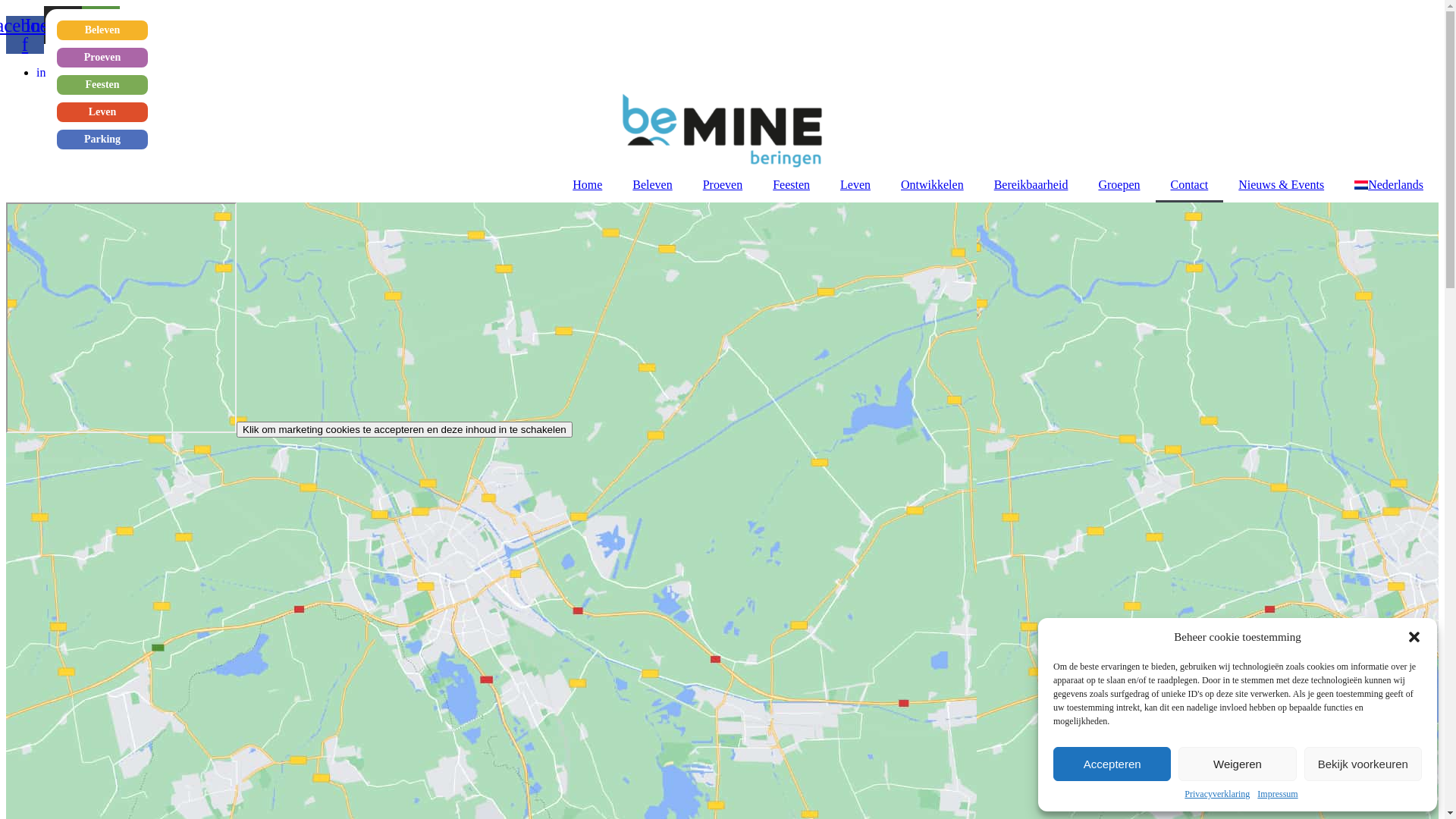 This screenshot has height=819, width=1456. I want to click on 'Parking', so click(101, 140).